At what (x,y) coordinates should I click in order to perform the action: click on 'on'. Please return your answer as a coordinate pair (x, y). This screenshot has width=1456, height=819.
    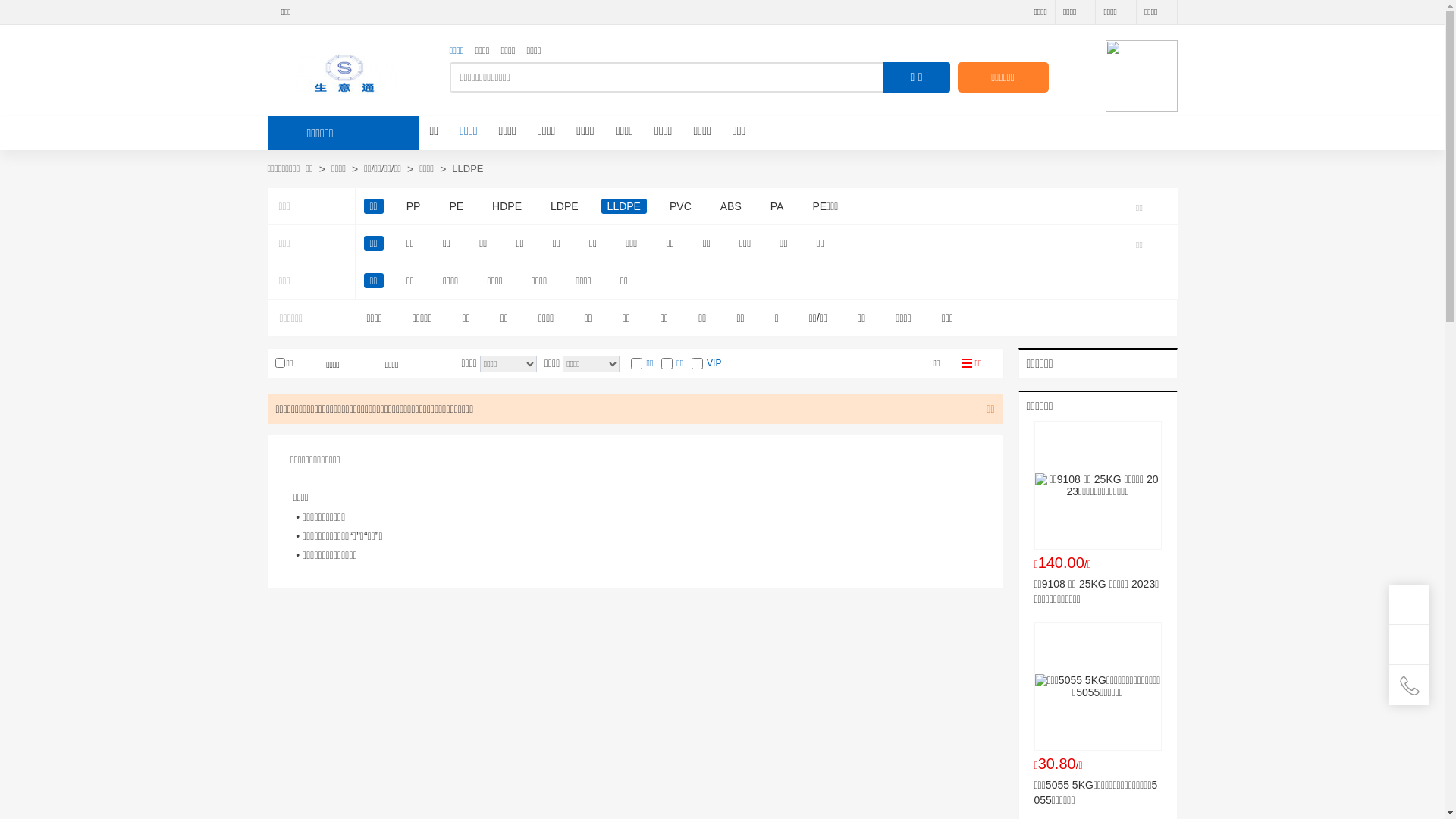
    Looking at the image, I should click on (636, 363).